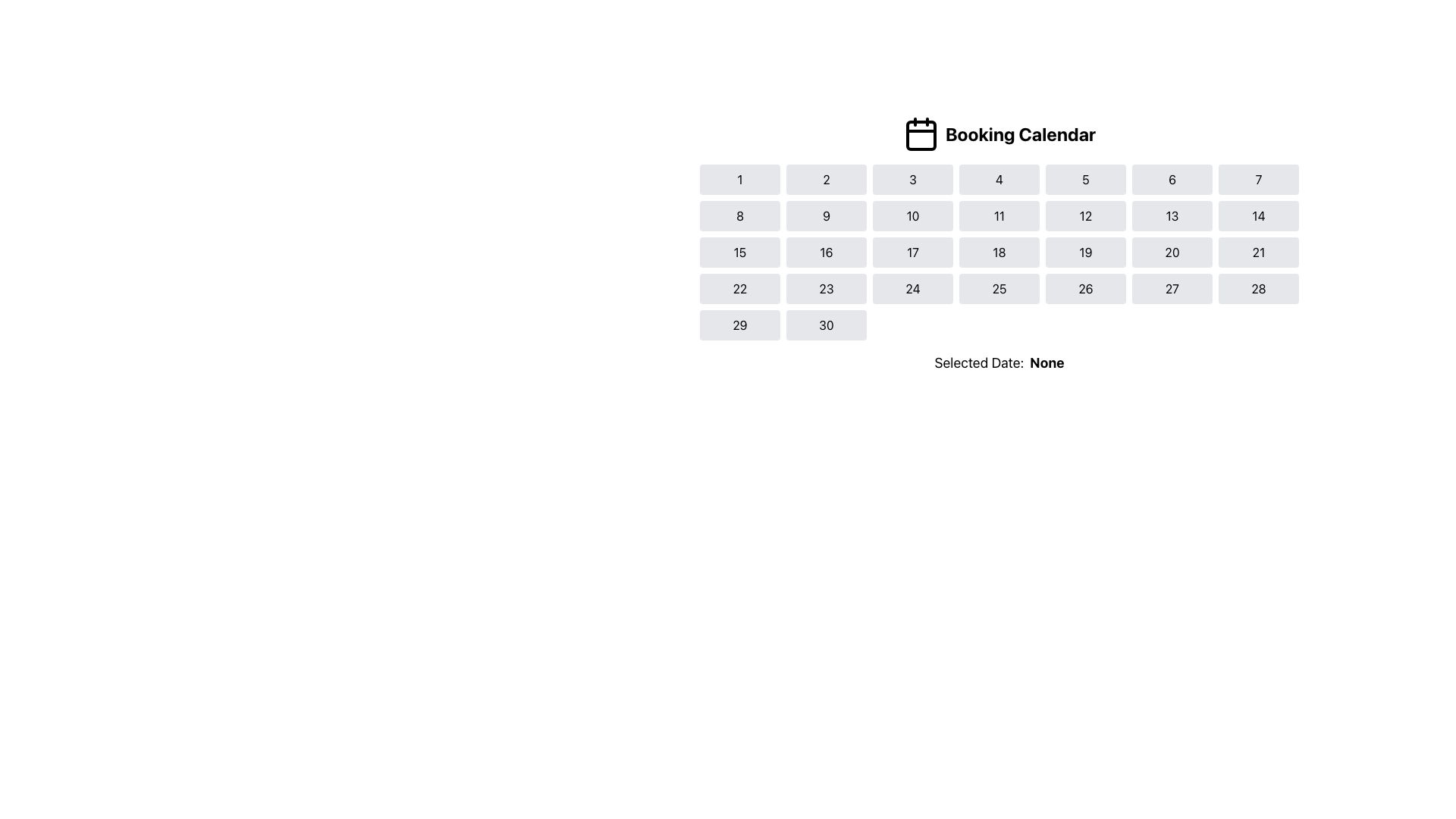 The image size is (1456, 819). What do you see at coordinates (1020, 133) in the screenshot?
I see `the bold text label reading 'Booking Calendar', which is positioned immediately to the right of the calendar icon, located near the top-center area of the interface` at bounding box center [1020, 133].